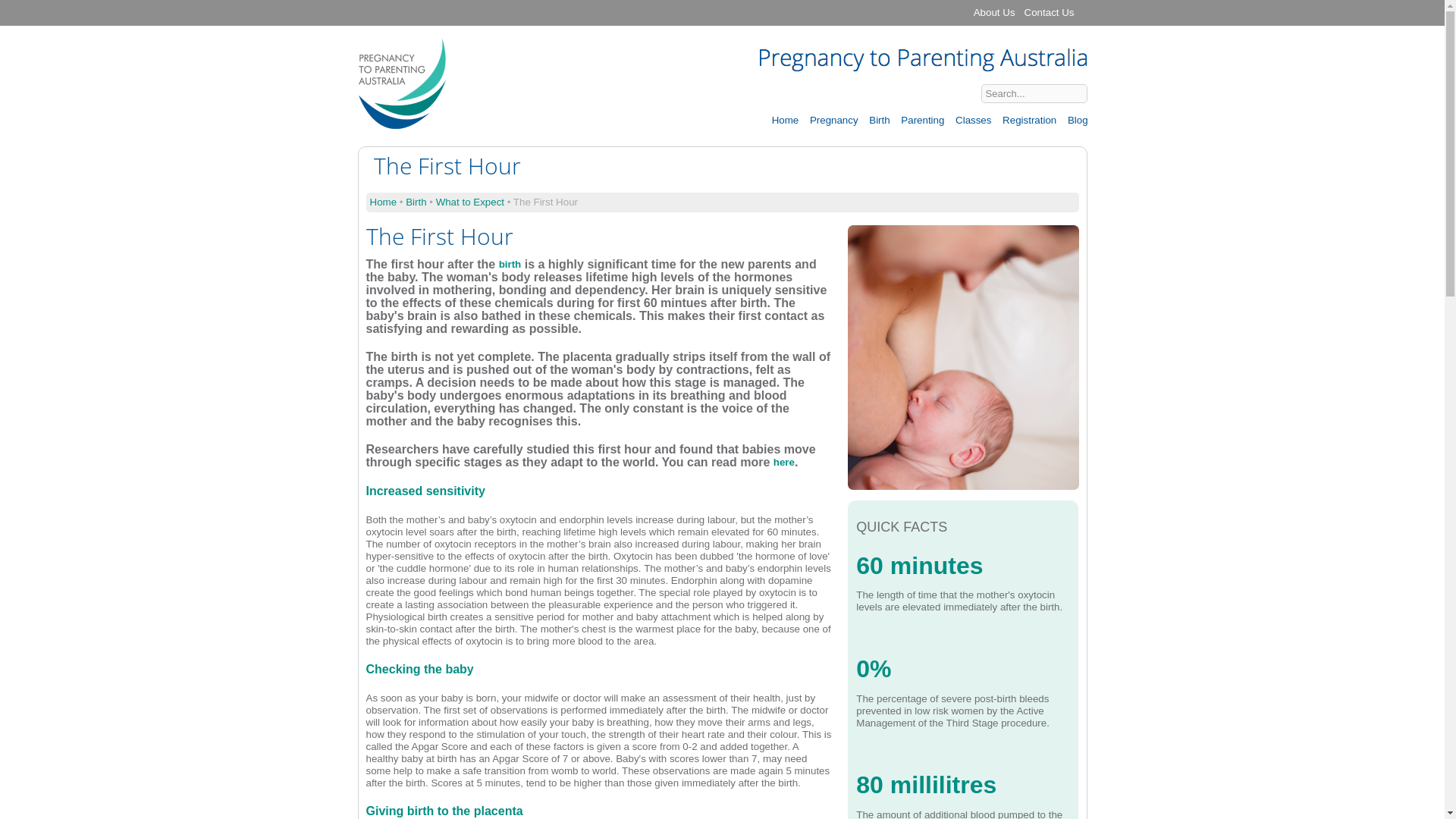 This screenshot has height=819, width=1456. Describe the element at coordinates (469, 201) in the screenshot. I see `'What to Expect'` at that location.